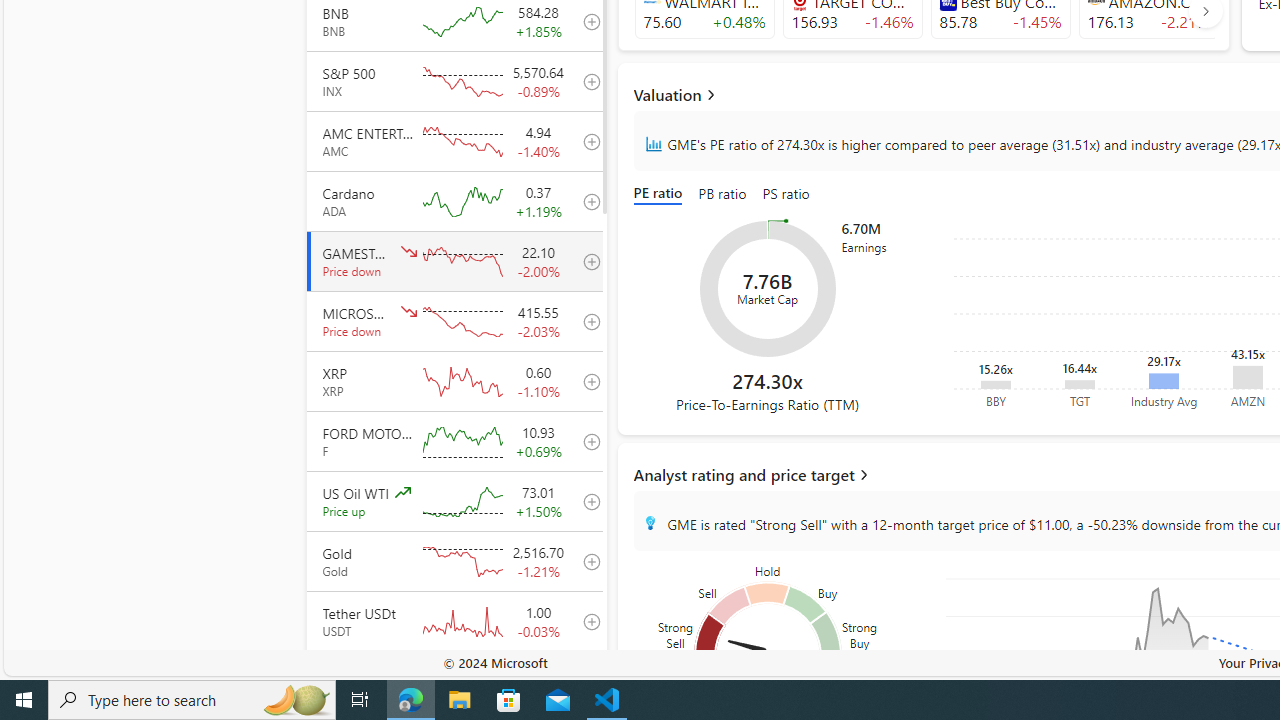 Image resolution: width=1280 pixels, height=720 pixels. I want to click on 'PE ratio', so click(662, 195).